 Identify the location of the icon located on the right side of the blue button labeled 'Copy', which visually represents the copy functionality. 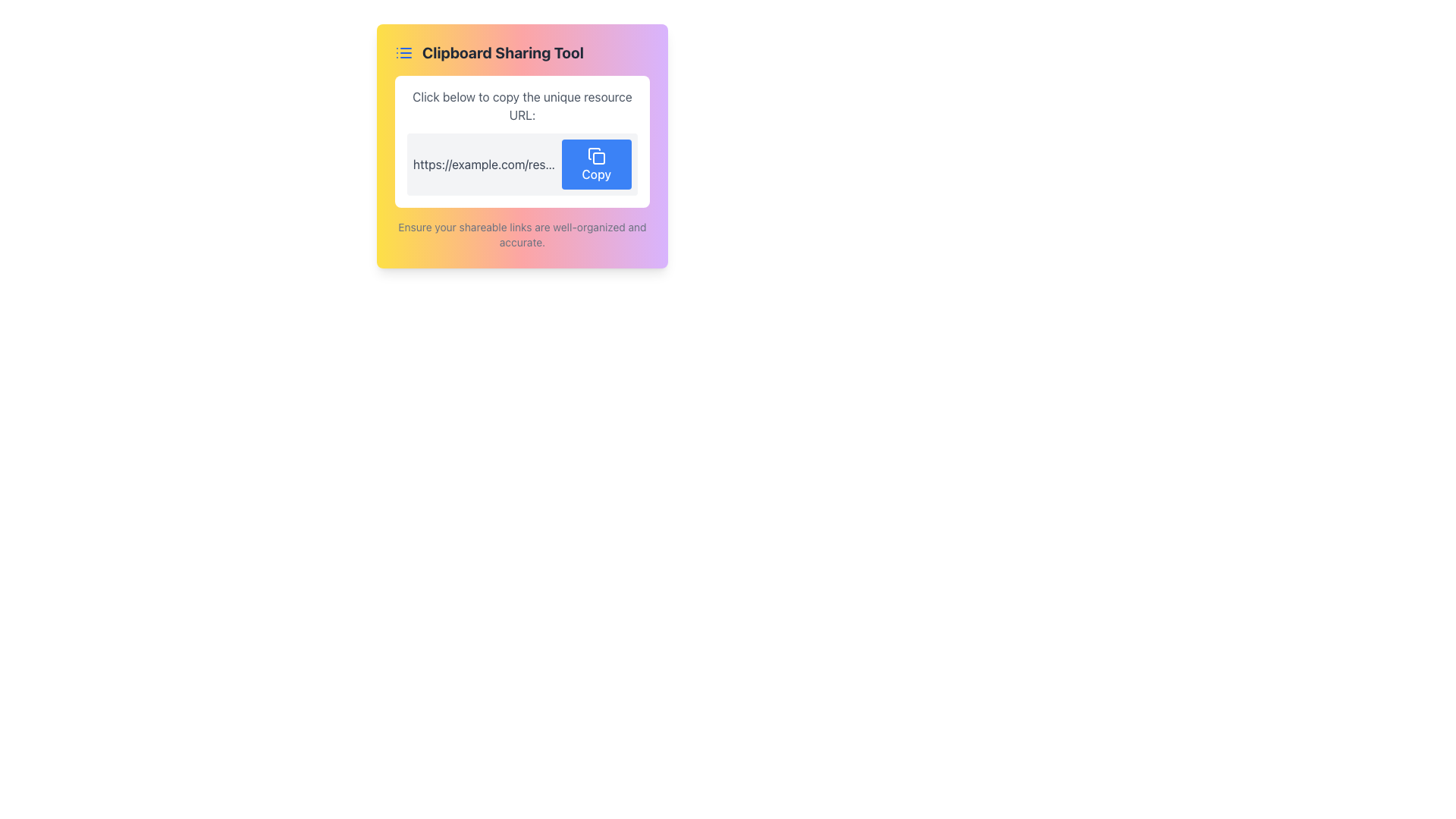
(595, 155).